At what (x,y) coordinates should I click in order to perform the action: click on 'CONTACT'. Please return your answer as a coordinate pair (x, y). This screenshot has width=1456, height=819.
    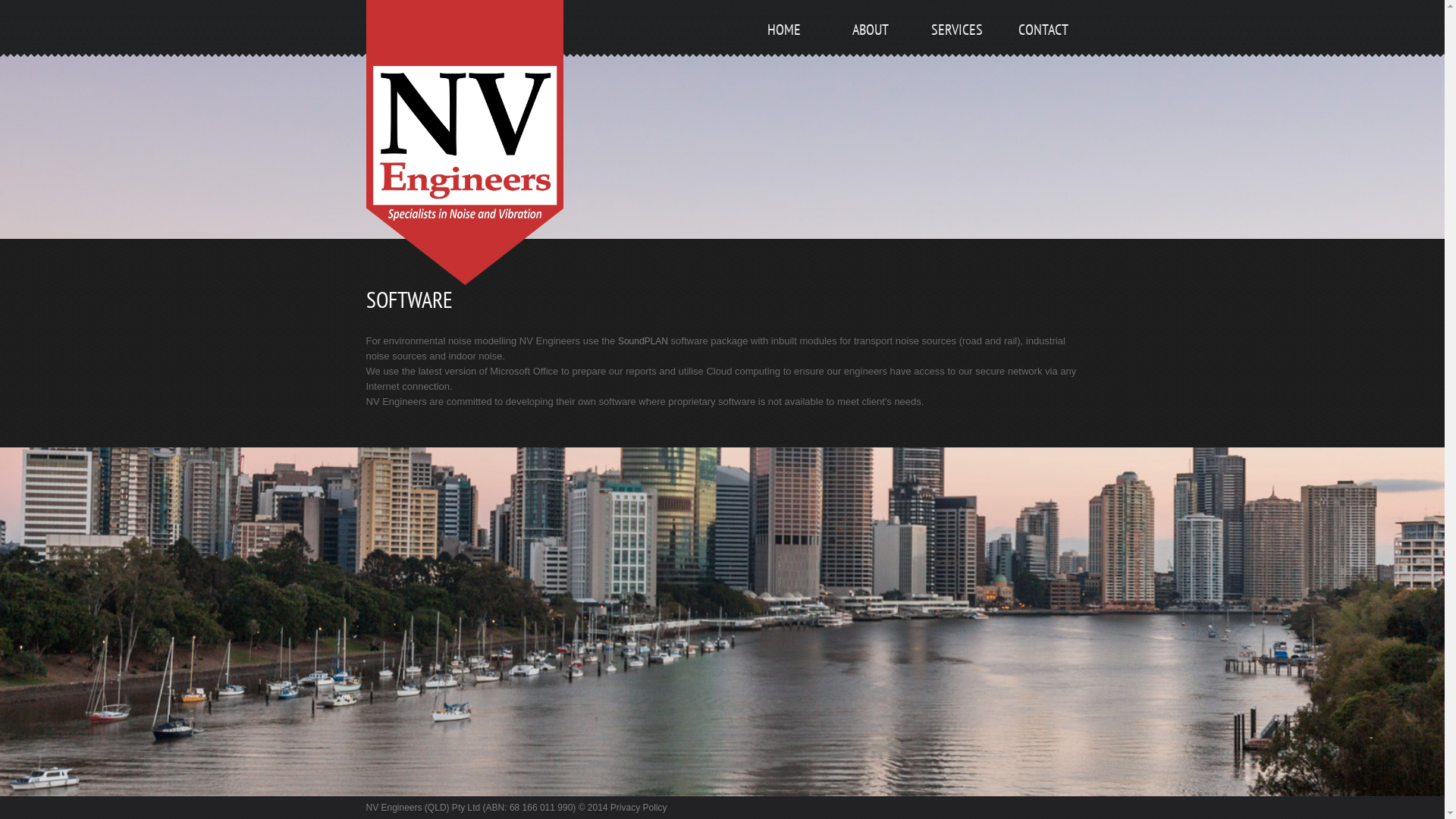
    Looking at the image, I should click on (1041, 47).